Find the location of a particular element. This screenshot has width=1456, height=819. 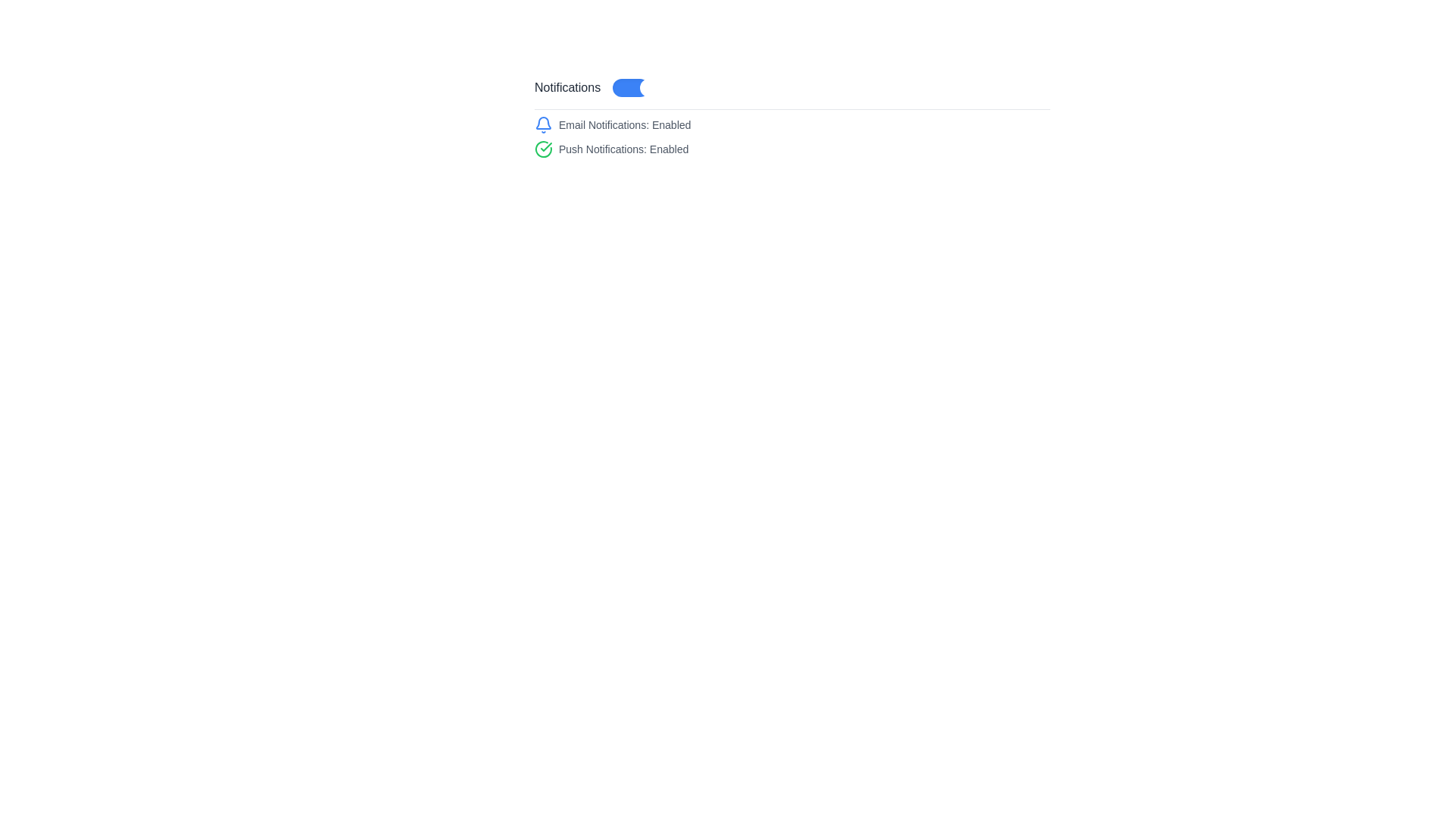

the text label that displays 'Email Notifications: Enabled', which is styled in small gray font and located immediately to the right of a blue bell icon is located at coordinates (625, 124).